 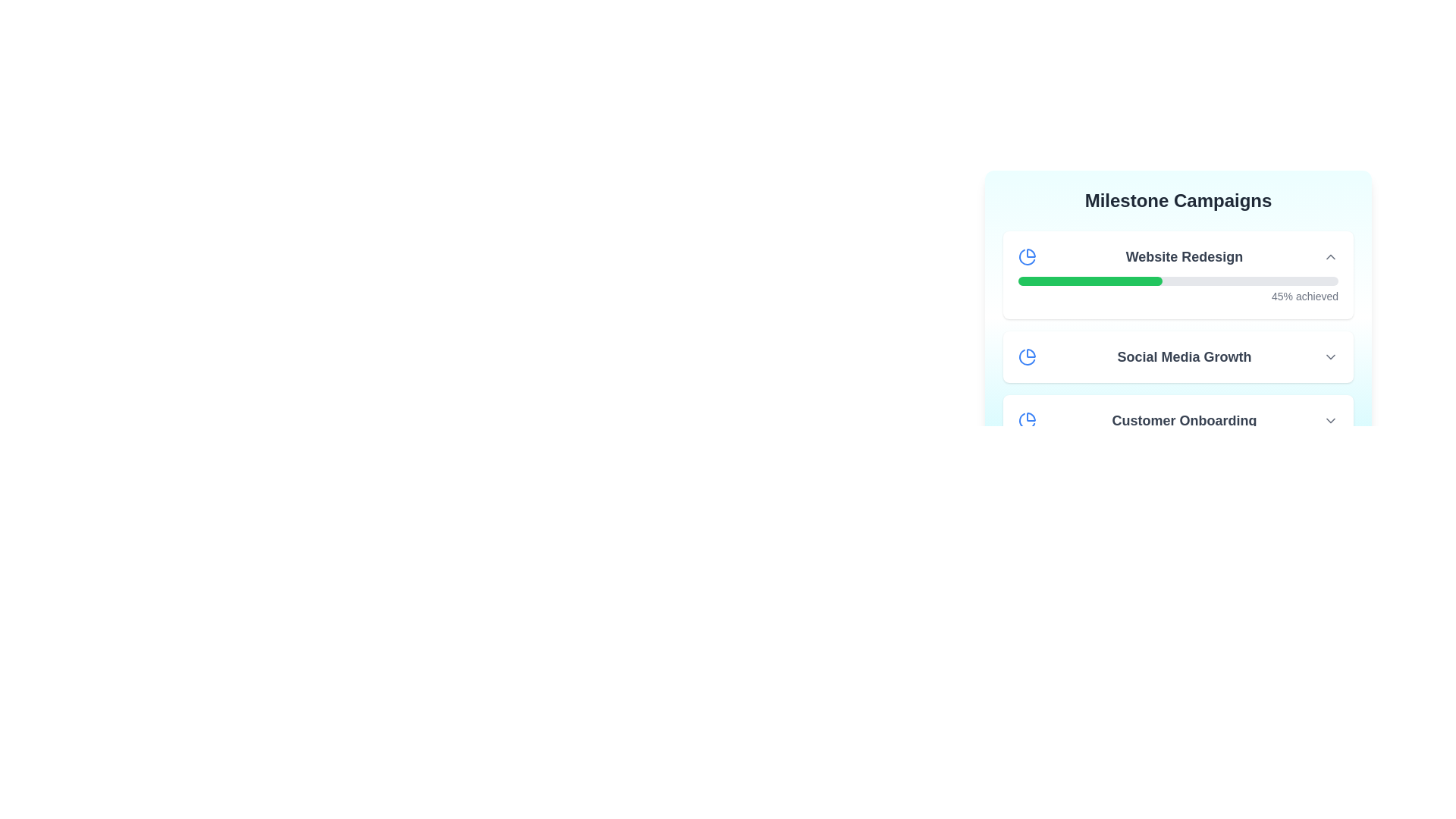 I want to click on the progress tracking card located in the center of the modal overlay to focus on it, so click(x=1178, y=317).